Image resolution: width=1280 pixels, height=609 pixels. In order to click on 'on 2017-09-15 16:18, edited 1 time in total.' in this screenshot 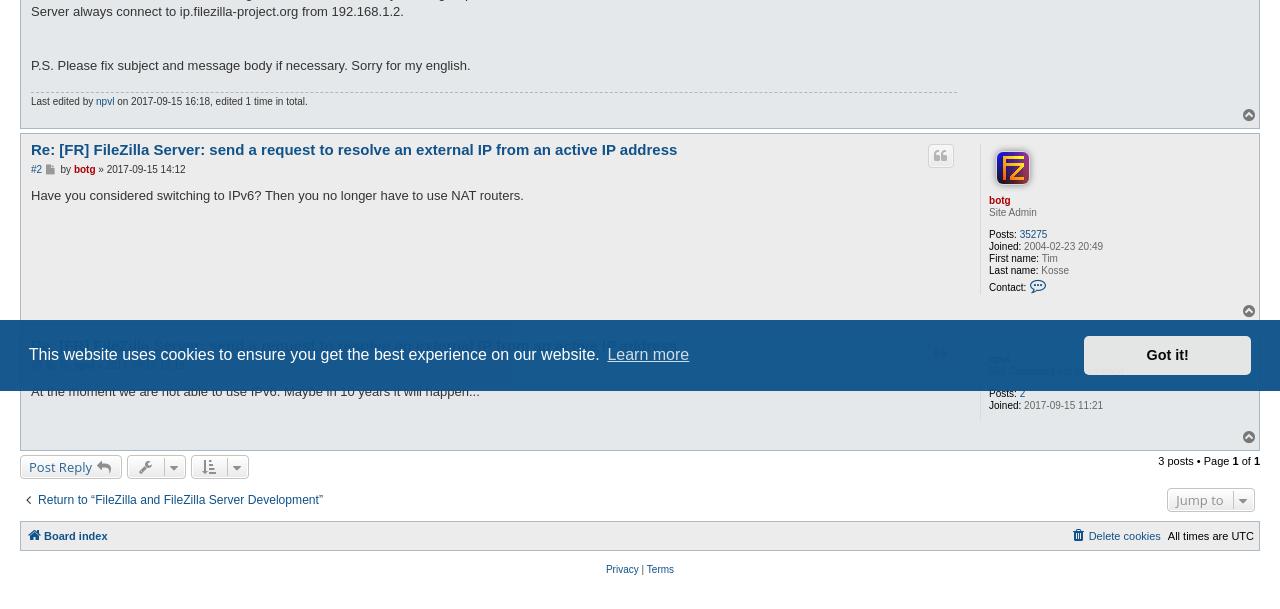, I will do `click(210, 100)`.